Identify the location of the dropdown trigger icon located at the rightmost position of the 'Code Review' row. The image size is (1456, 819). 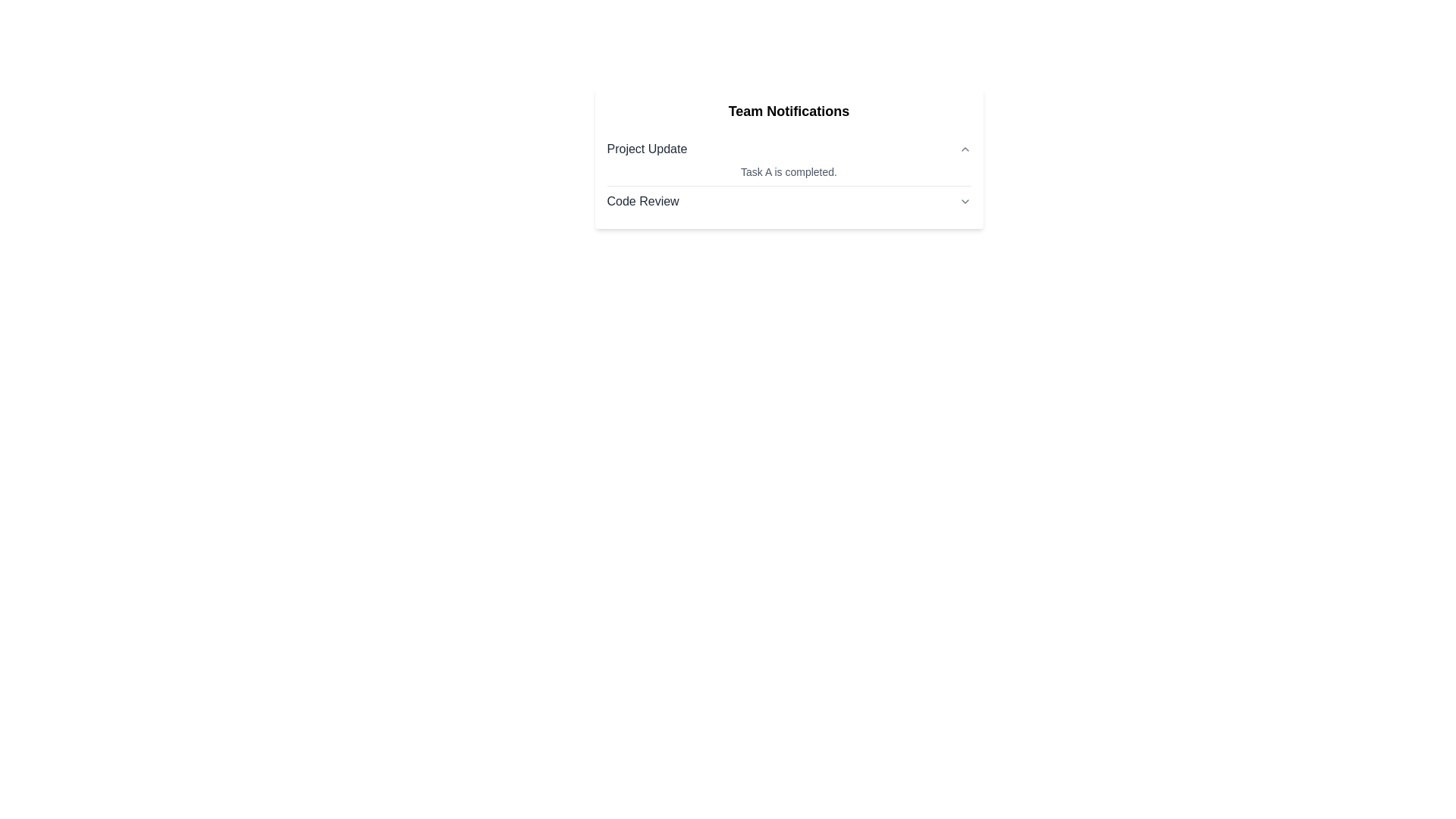
(964, 201).